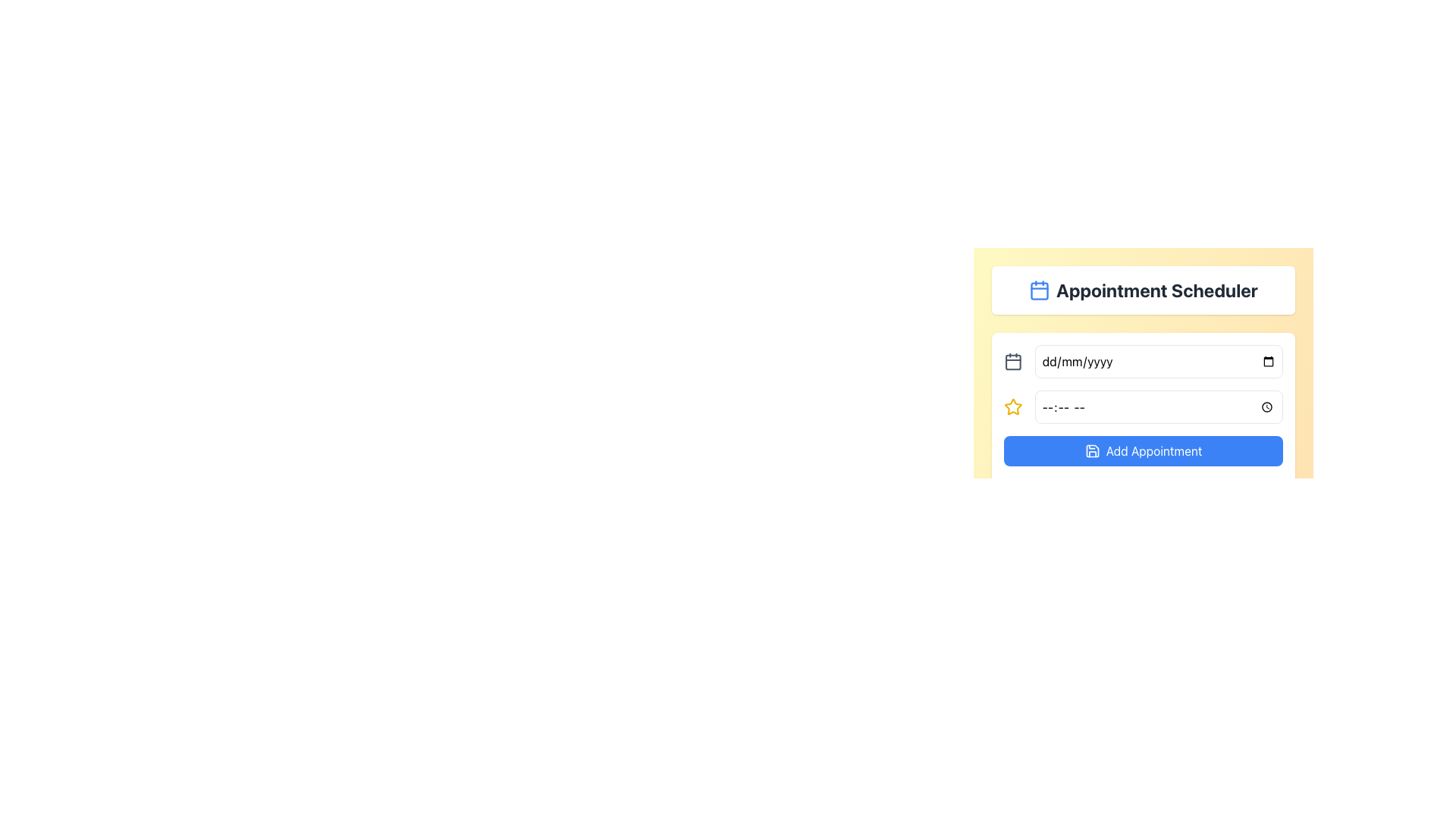 Image resolution: width=1456 pixels, height=819 pixels. Describe the element at coordinates (1039, 291) in the screenshot. I see `the Icon component of the calendar icon located in the Appointment Scheduler section, which is a square component with rounded corners` at that location.